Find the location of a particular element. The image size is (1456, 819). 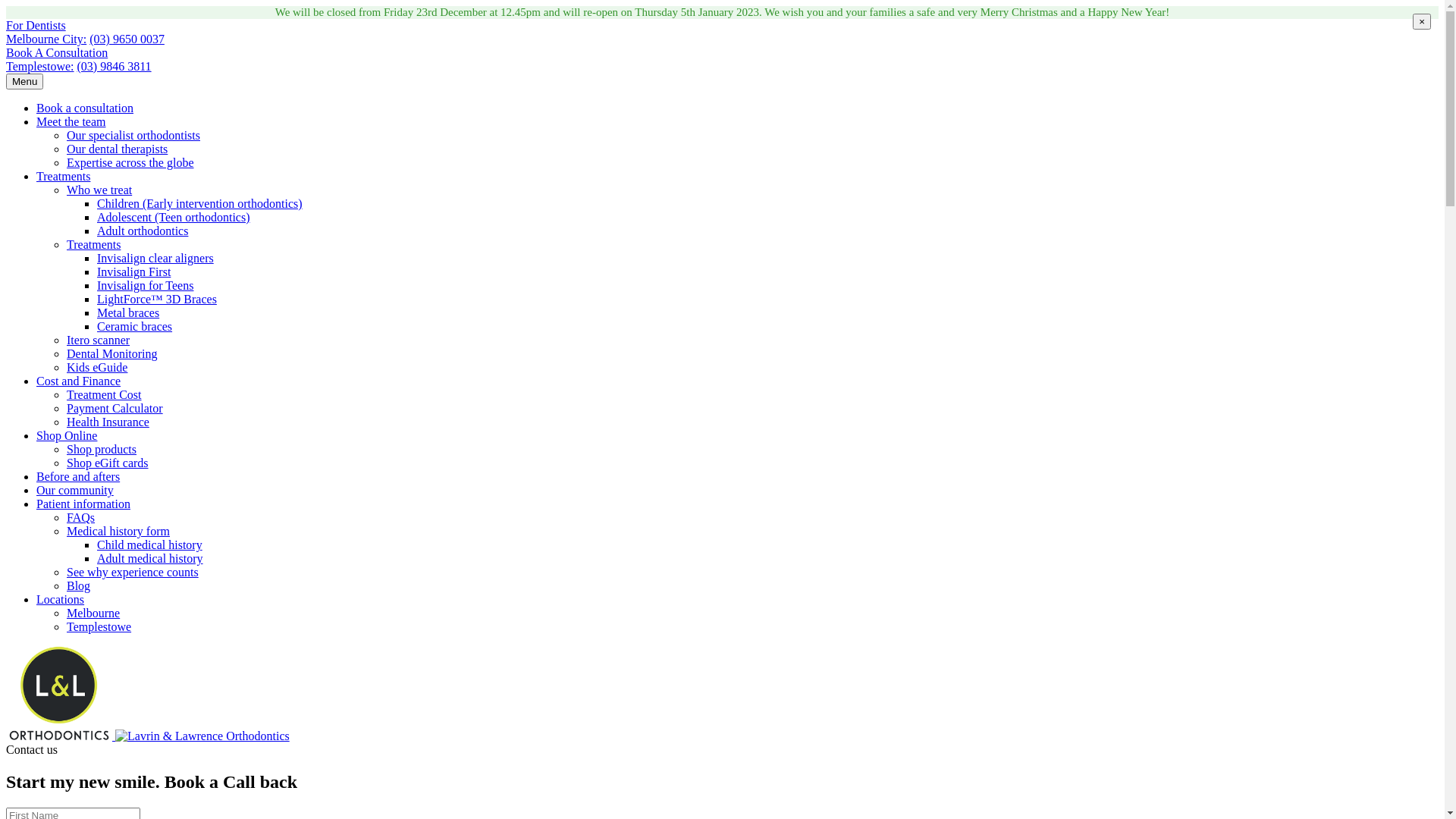

'Melbourne City:' is located at coordinates (6, 38).